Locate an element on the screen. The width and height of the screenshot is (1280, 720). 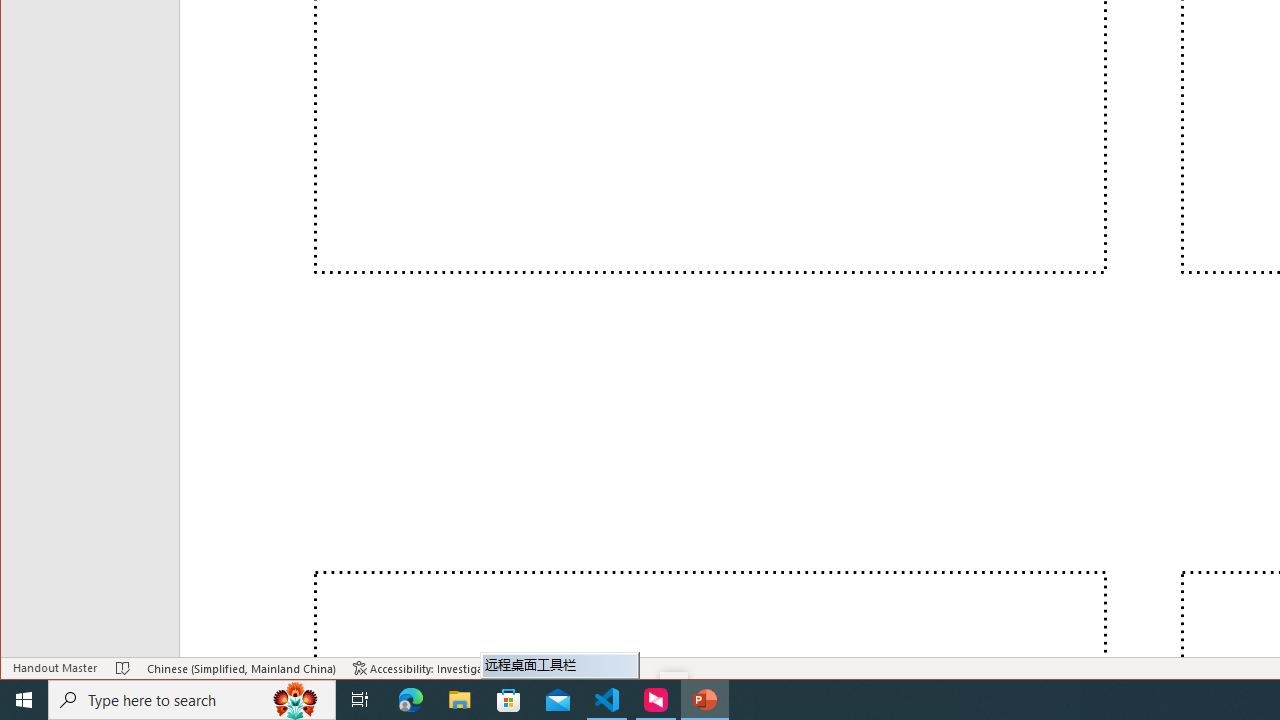
'File Explorer' is located at coordinates (459, 698).